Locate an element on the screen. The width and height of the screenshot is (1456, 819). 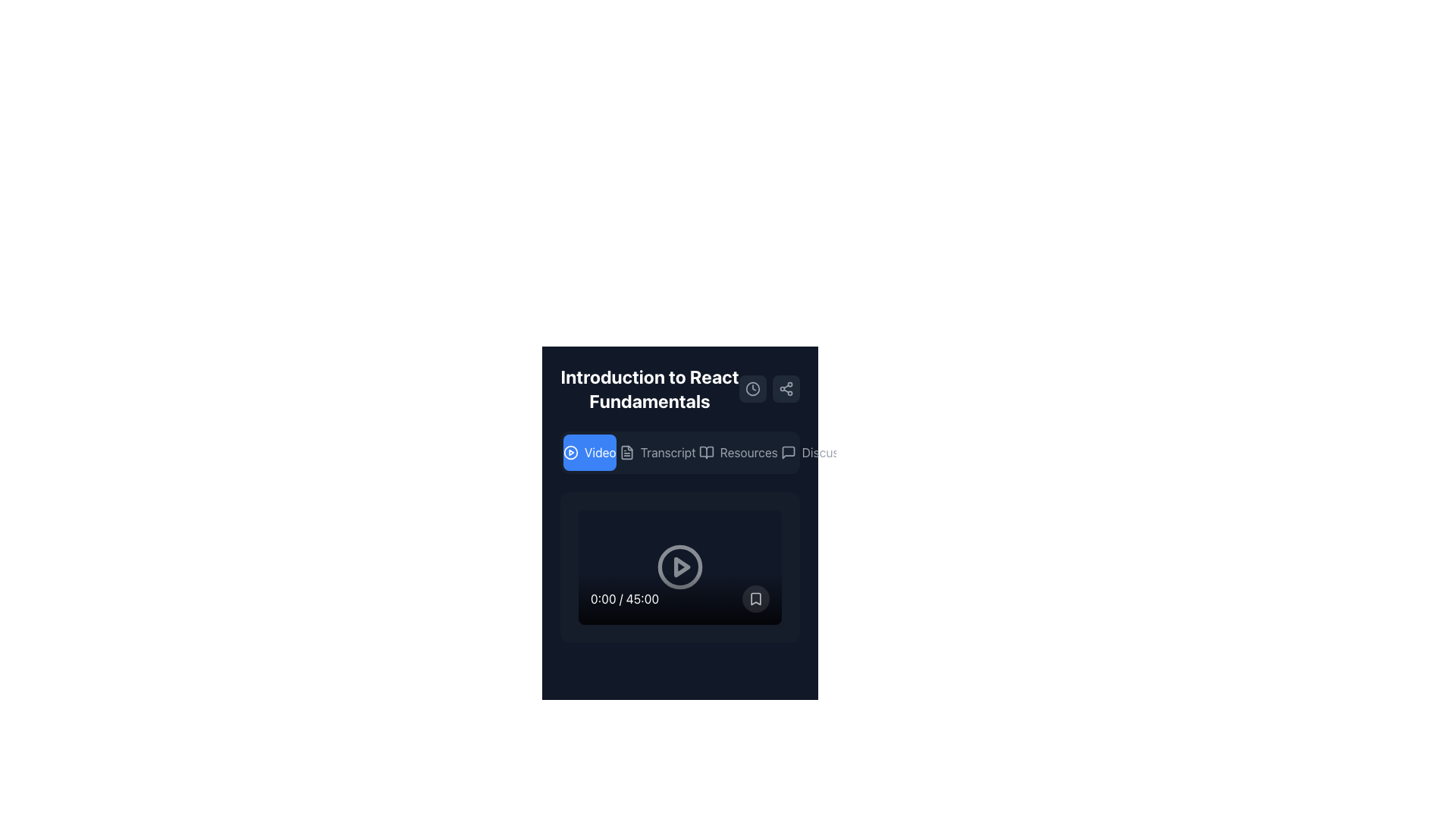
the 'Resources' button, which features a book-like icon and is located is located at coordinates (738, 452).